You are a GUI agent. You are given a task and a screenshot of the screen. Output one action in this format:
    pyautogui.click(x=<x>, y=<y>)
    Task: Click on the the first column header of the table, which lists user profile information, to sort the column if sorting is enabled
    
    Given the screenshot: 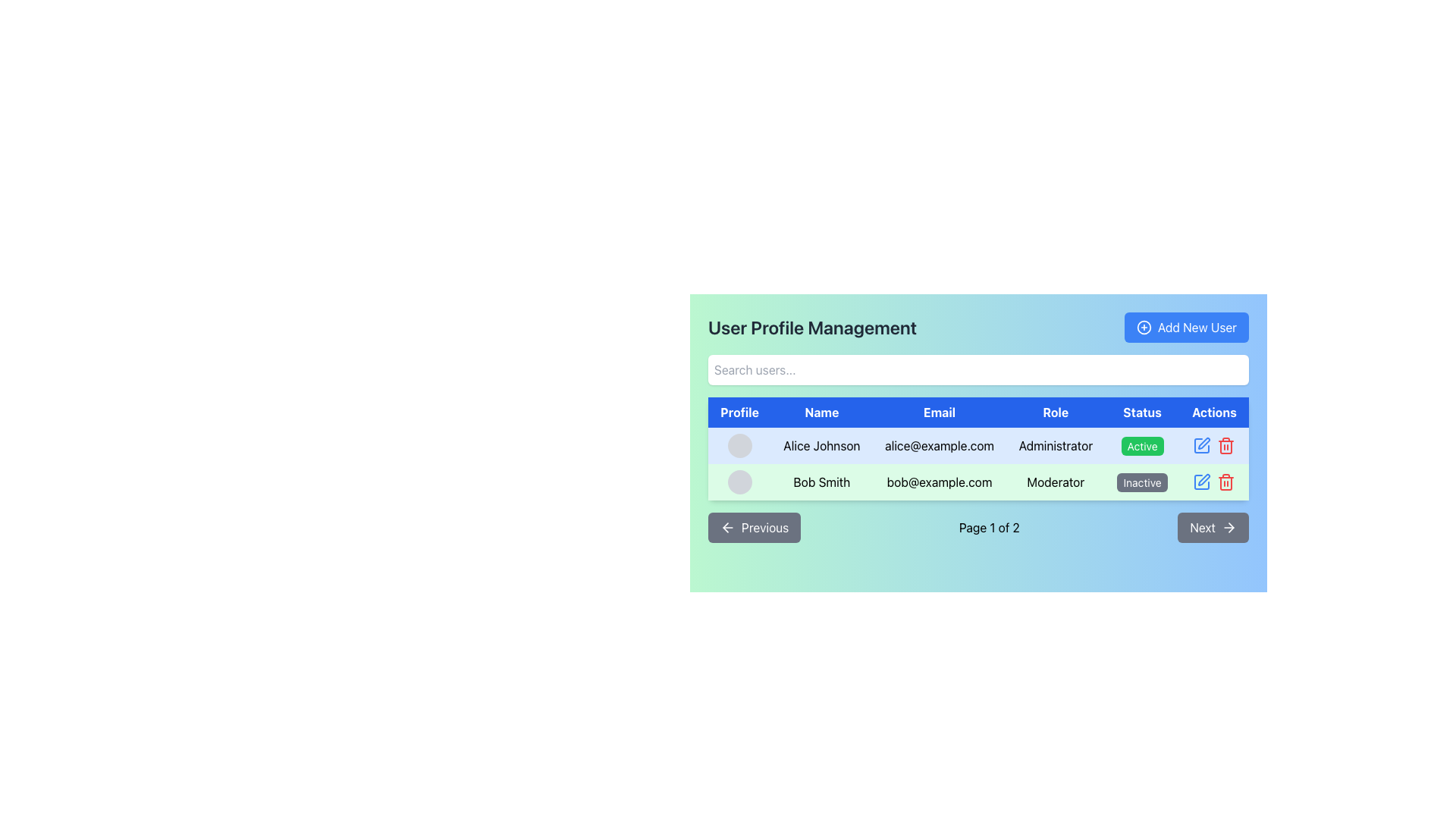 What is the action you would take?
    pyautogui.click(x=739, y=412)
    